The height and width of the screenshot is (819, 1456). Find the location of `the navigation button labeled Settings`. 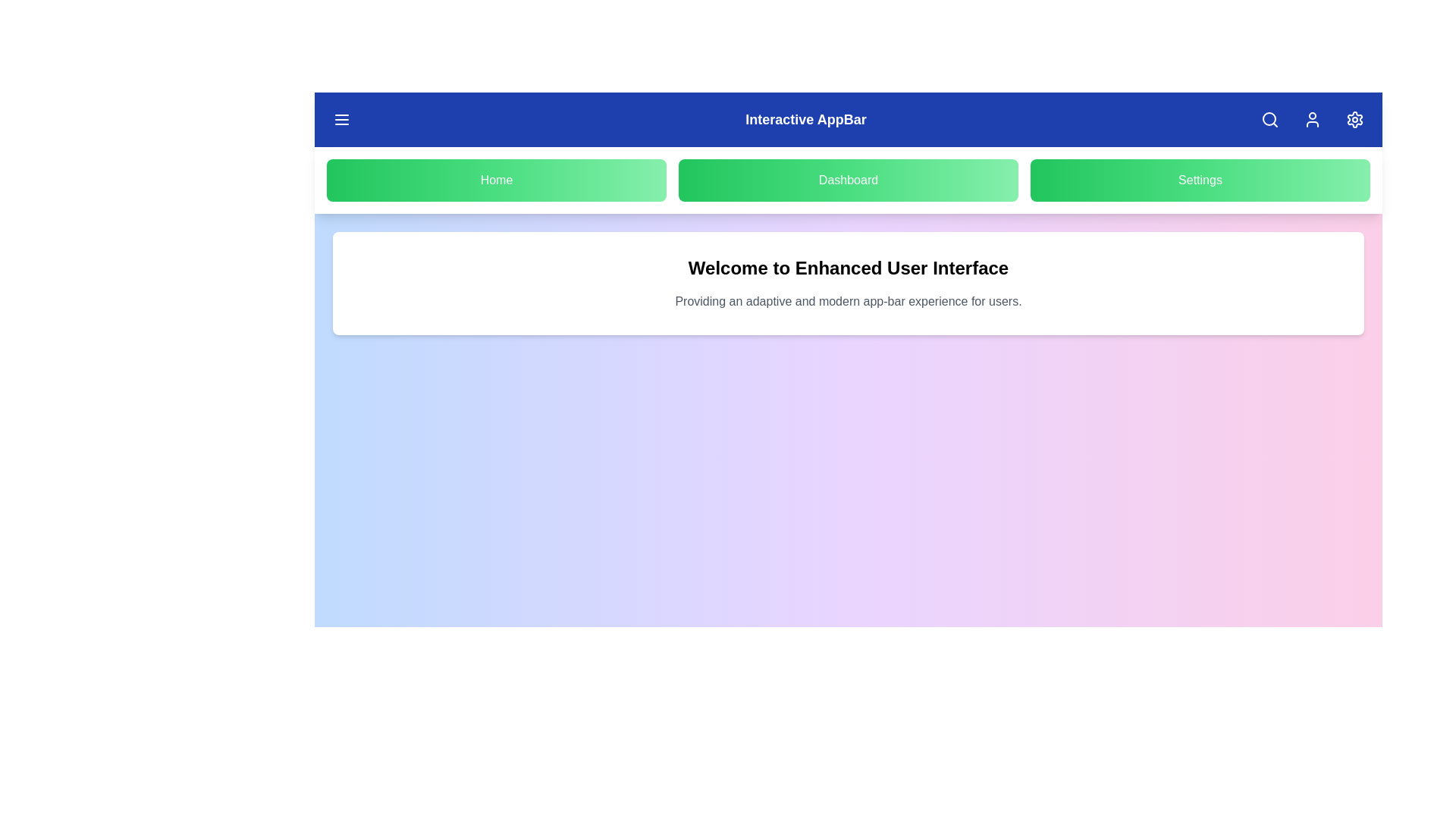

the navigation button labeled Settings is located at coordinates (1200, 180).